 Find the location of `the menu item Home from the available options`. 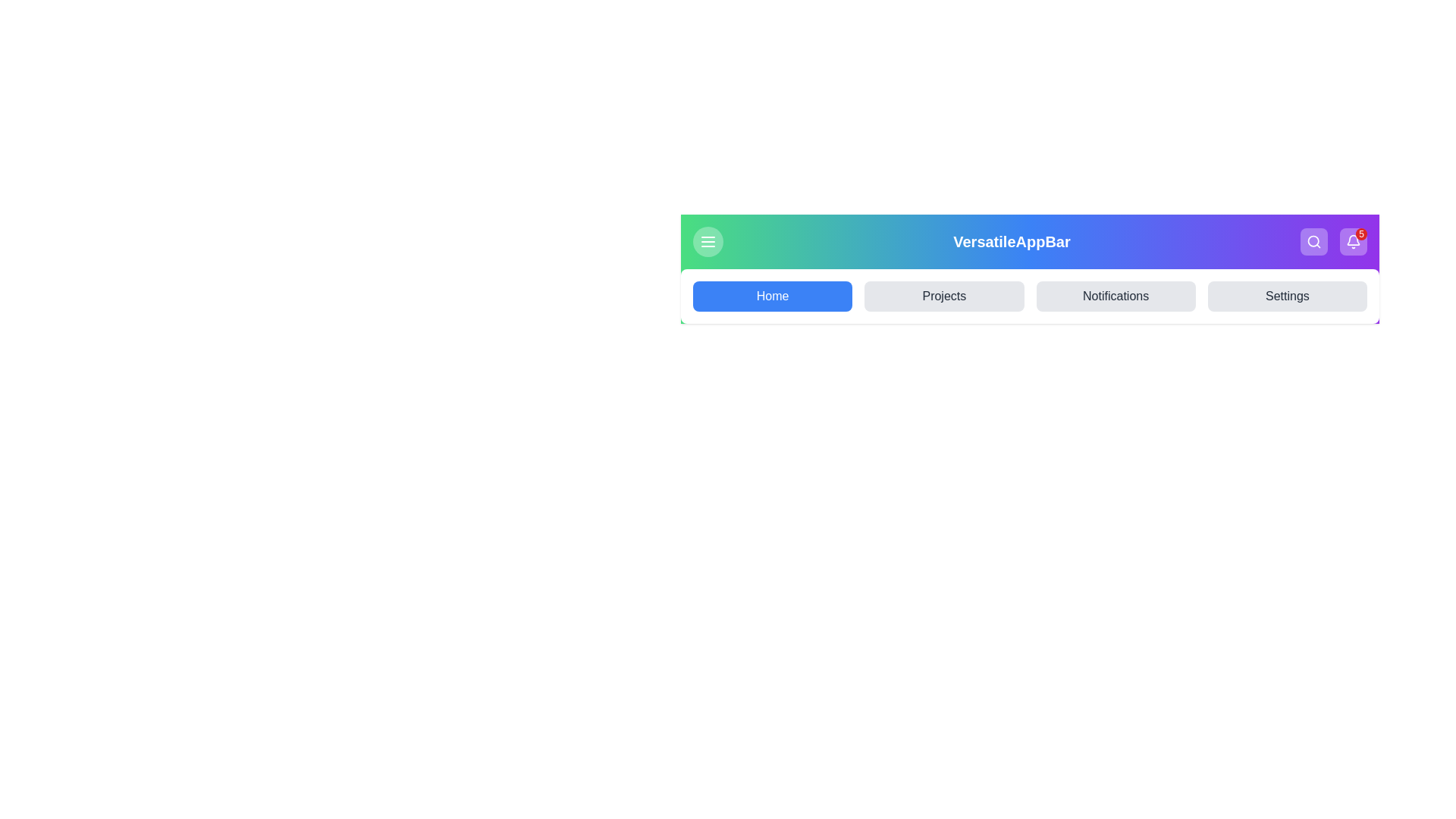

the menu item Home from the available options is located at coordinates (773, 296).